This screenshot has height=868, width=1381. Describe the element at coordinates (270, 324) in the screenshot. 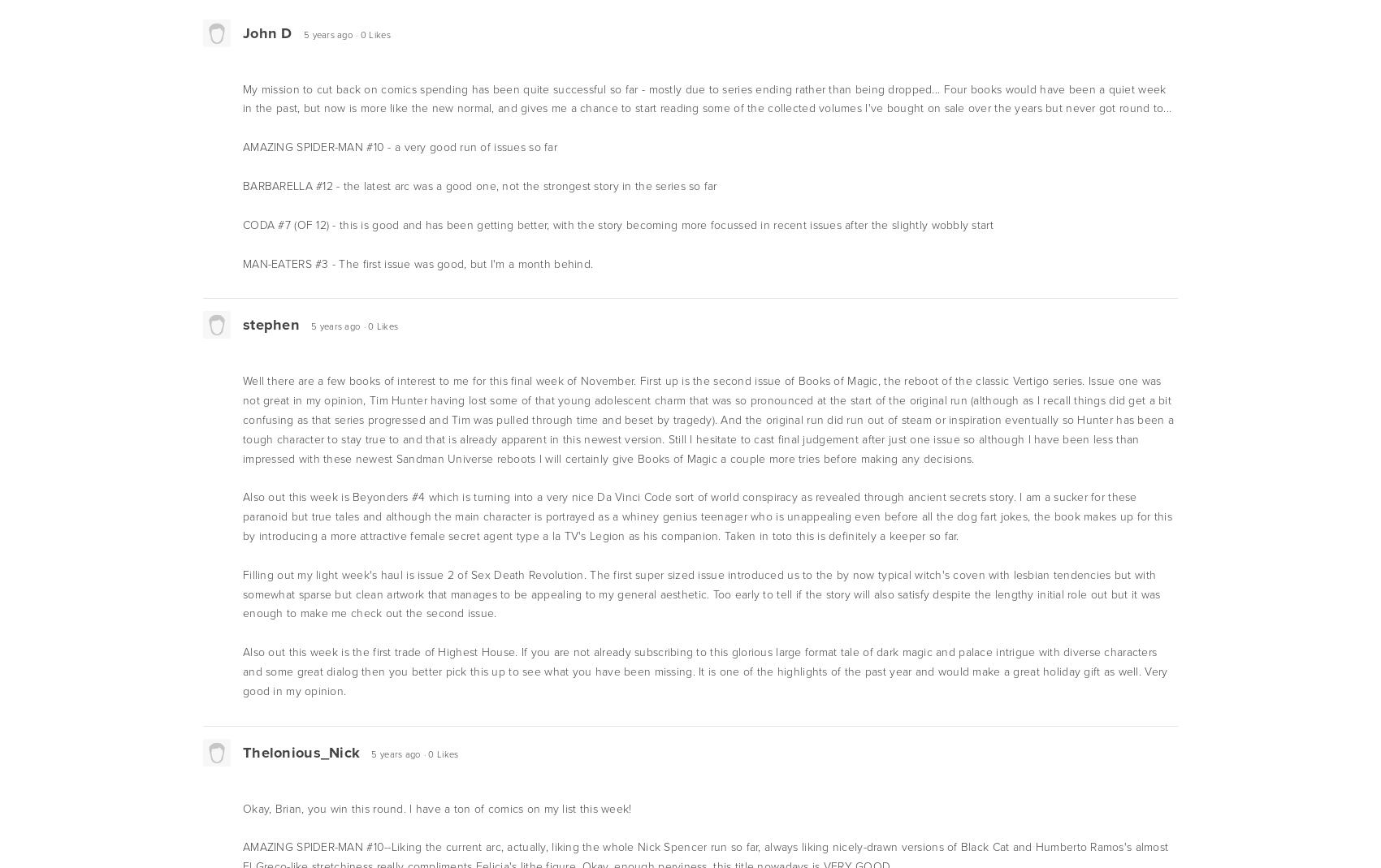

I see `'stephen'` at that location.